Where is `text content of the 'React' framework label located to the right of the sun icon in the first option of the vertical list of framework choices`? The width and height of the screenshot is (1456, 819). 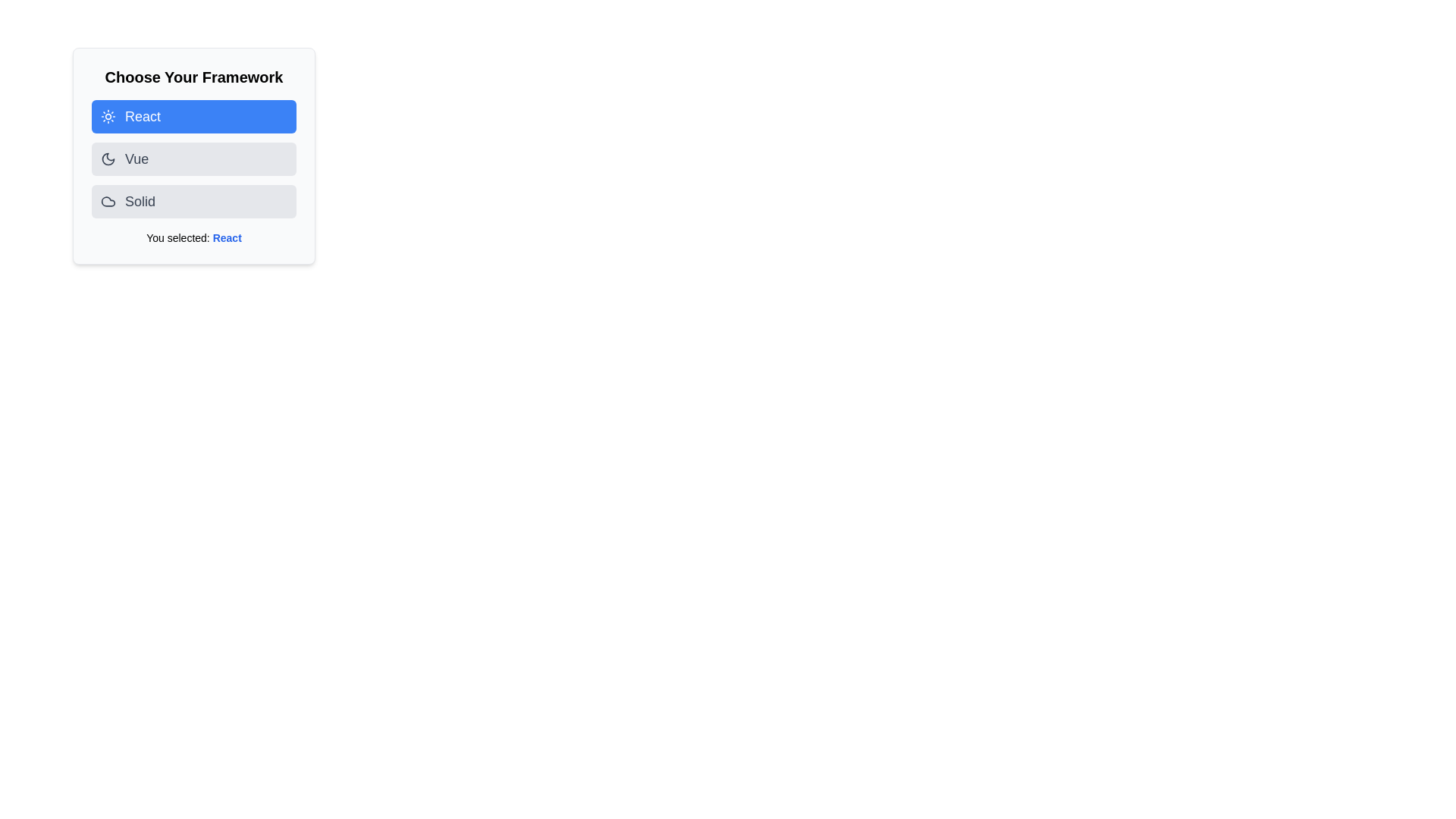 text content of the 'React' framework label located to the right of the sun icon in the first option of the vertical list of framework choices is located at coordinates (143, 116).